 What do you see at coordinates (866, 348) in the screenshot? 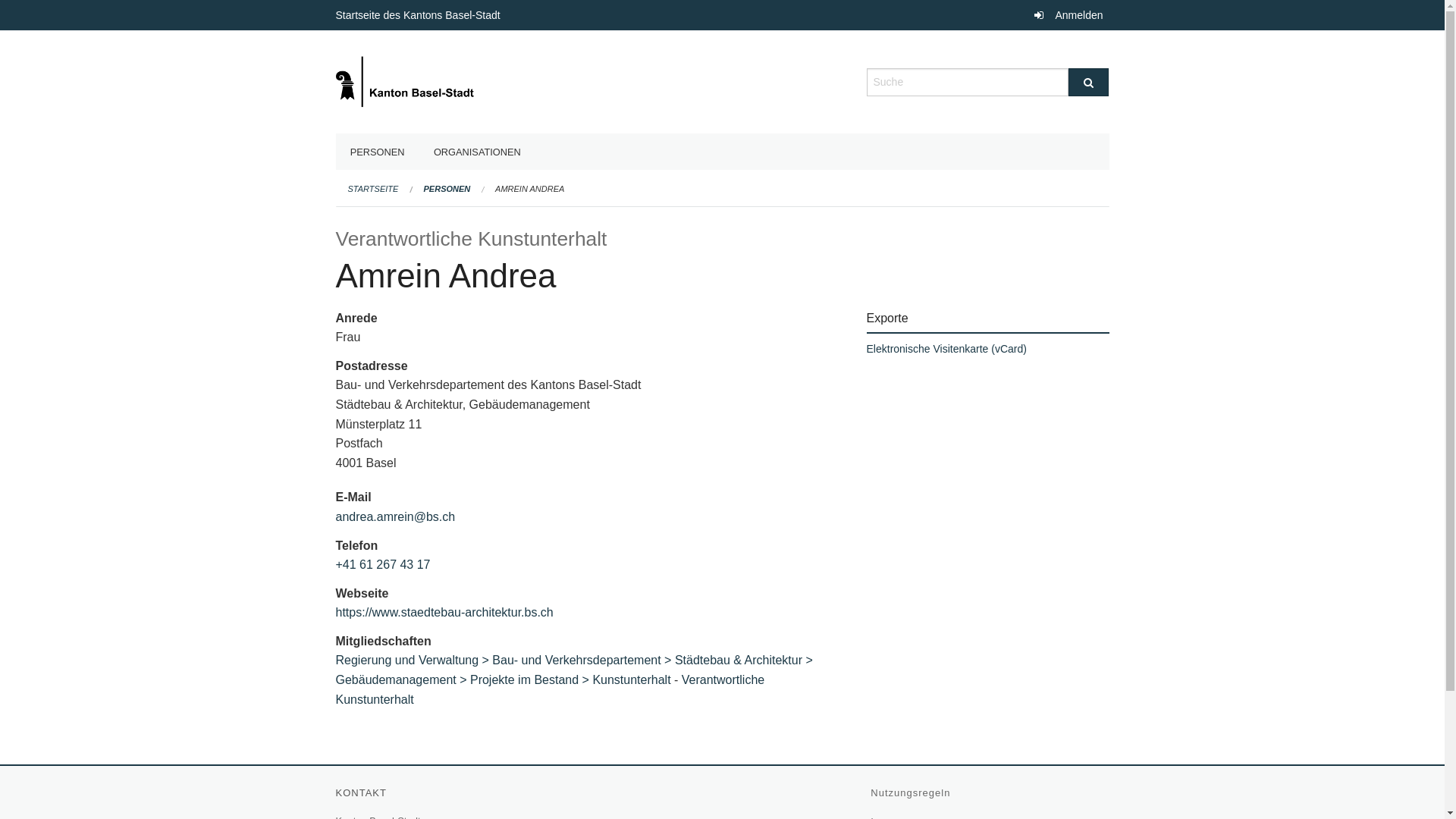
I see `'Elektronische Visitenkarte (vCard)'` at bounding box center [866, 348].